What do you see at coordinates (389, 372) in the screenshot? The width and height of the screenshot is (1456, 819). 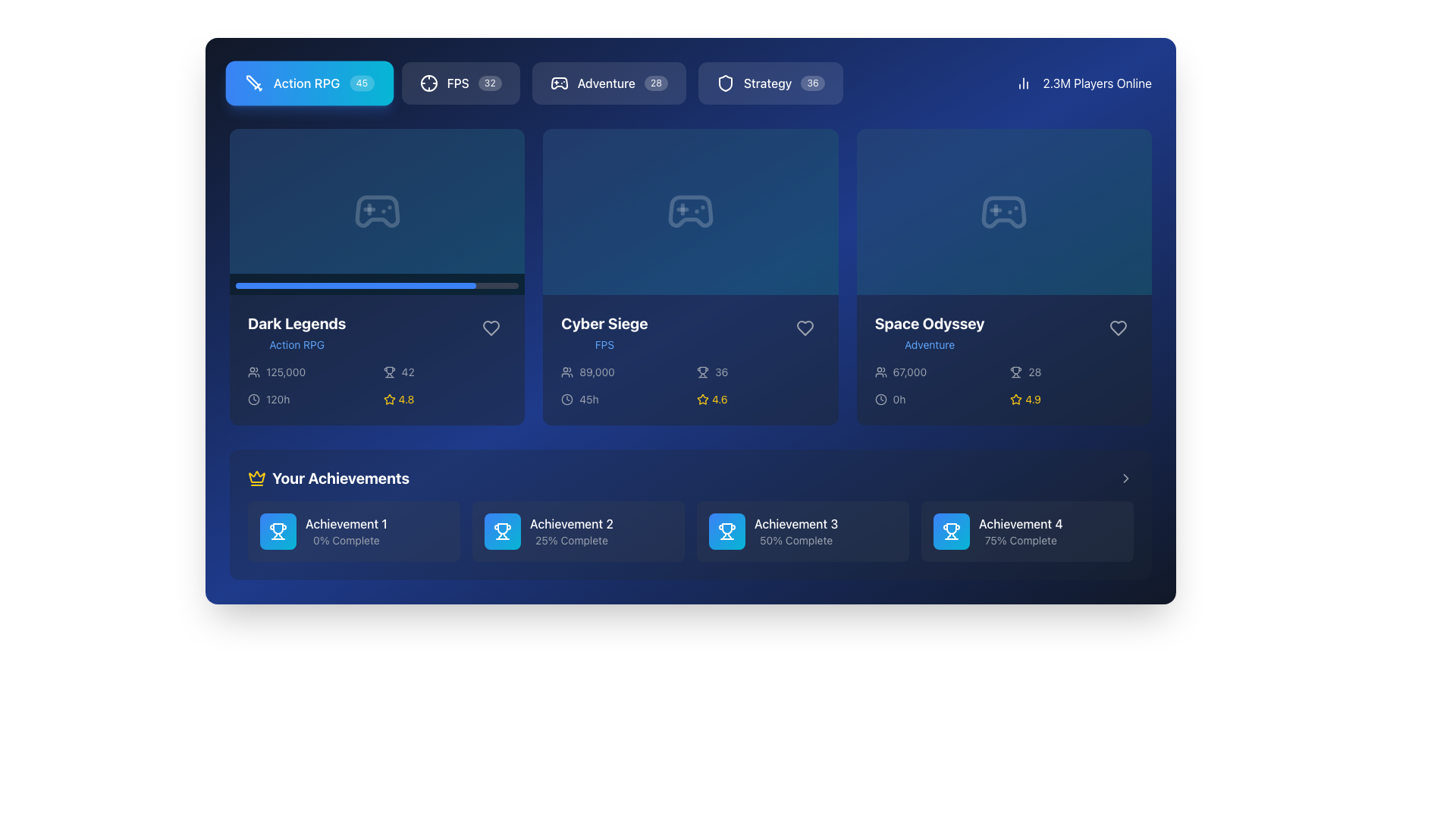 I see `the trophy icon representing the achievement count in the 'Dark Legends' card, located to the left of the number '42'` at bounding box center [389, 372].